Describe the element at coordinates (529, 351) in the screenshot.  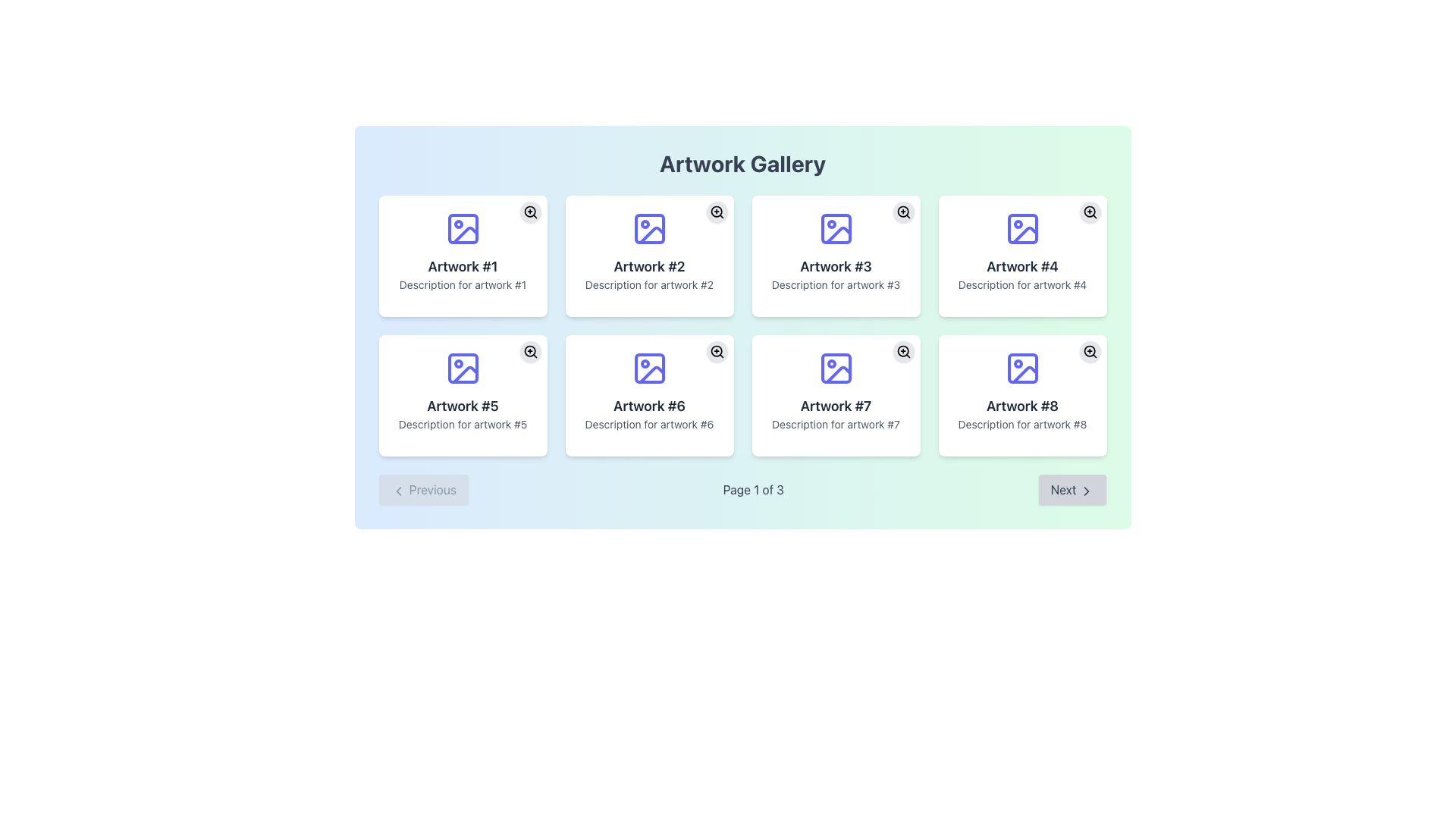
I see `the main circular part of the magnifying glass icon located at the top-right corner of the card labeled 'Artwork #5' to suggest magnification functionality` at that location.